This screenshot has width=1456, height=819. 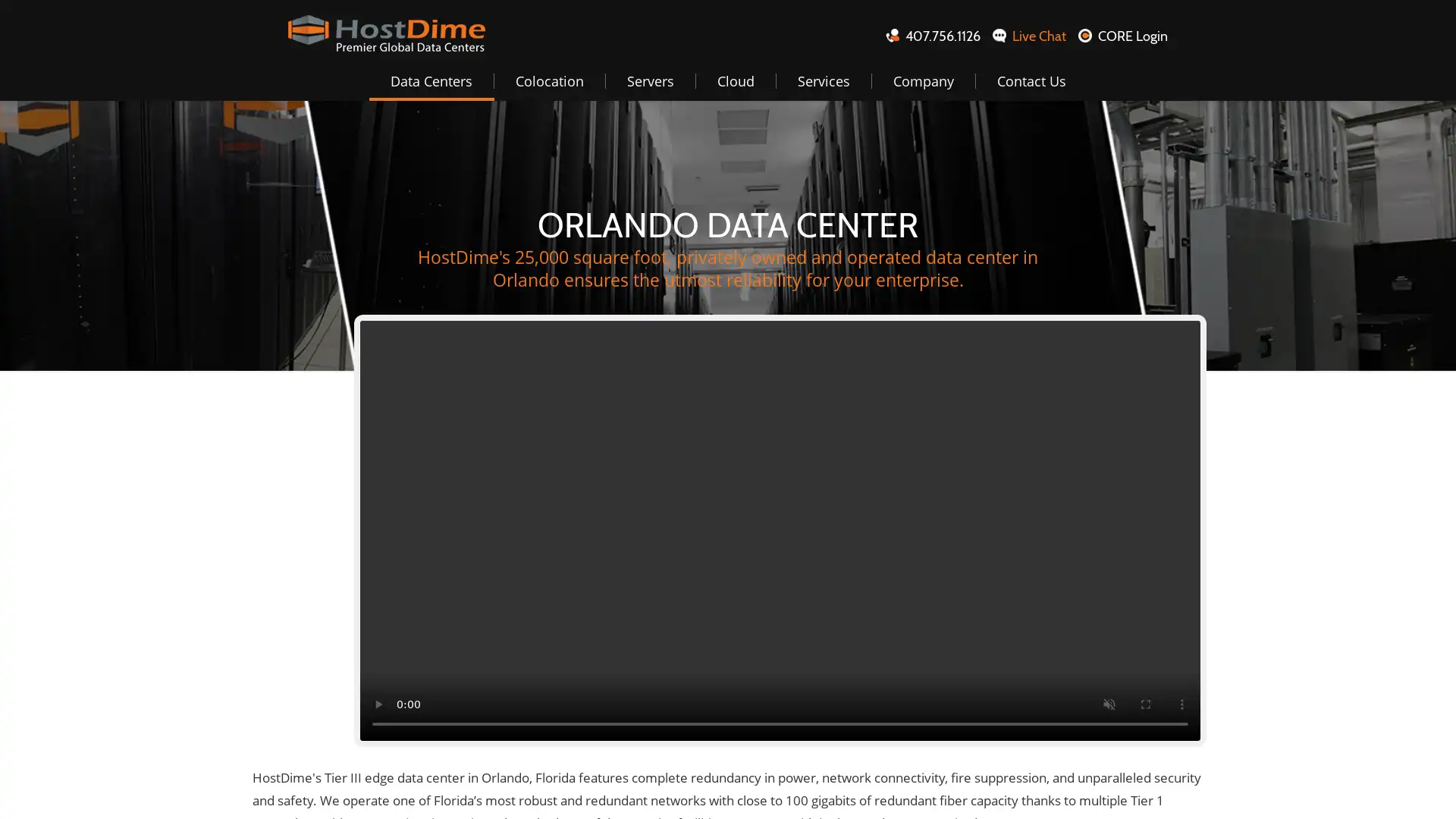 What do you see at coordinates (1146, 704) in the screenshot?
I see `enter full screen` at bounding box center [1146, 704].